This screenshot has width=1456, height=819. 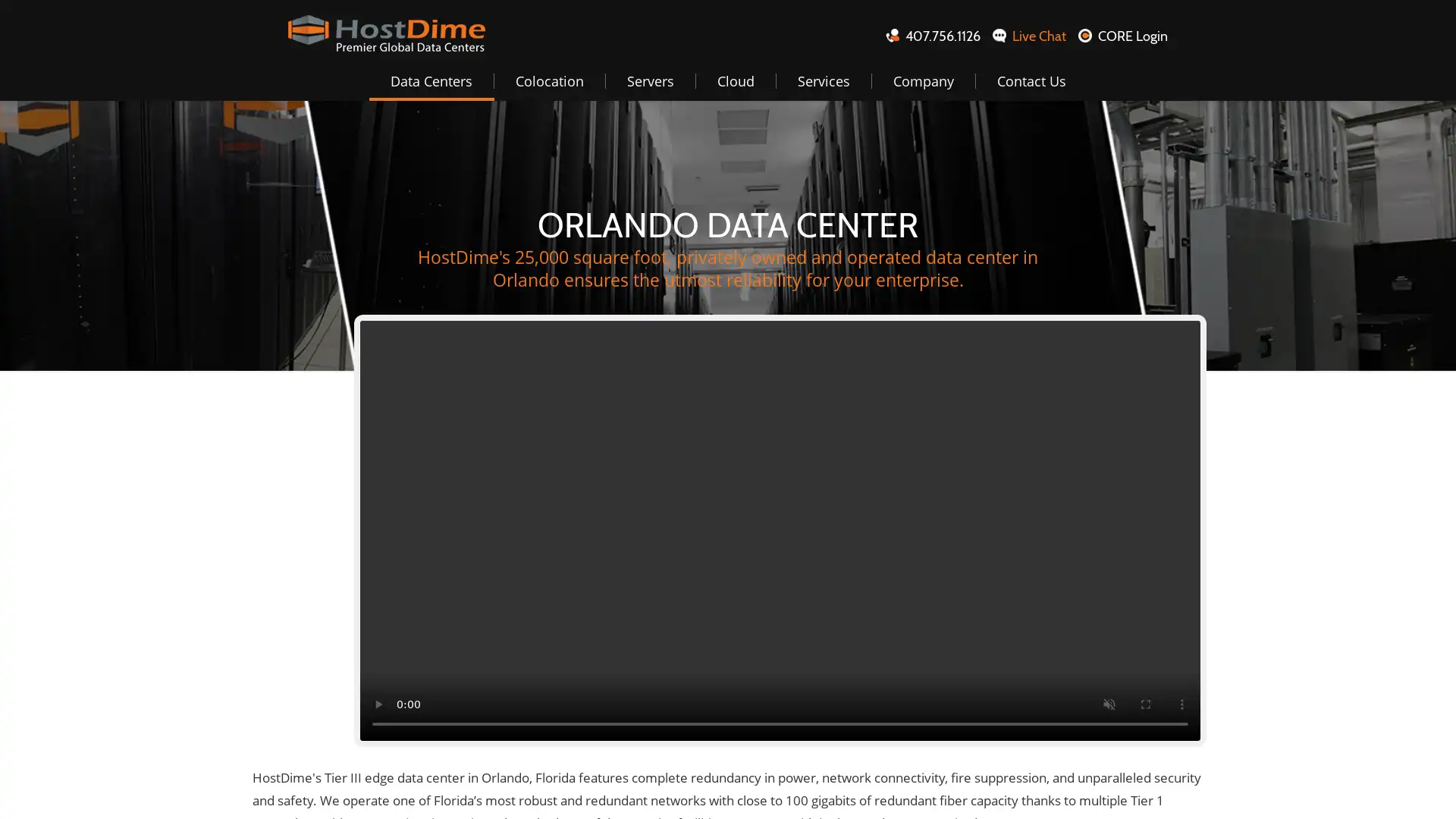 What do you see at coordinates (1146, 704) in the screenshot?
I see `enter full screen` at bounding box center [1146, 704].